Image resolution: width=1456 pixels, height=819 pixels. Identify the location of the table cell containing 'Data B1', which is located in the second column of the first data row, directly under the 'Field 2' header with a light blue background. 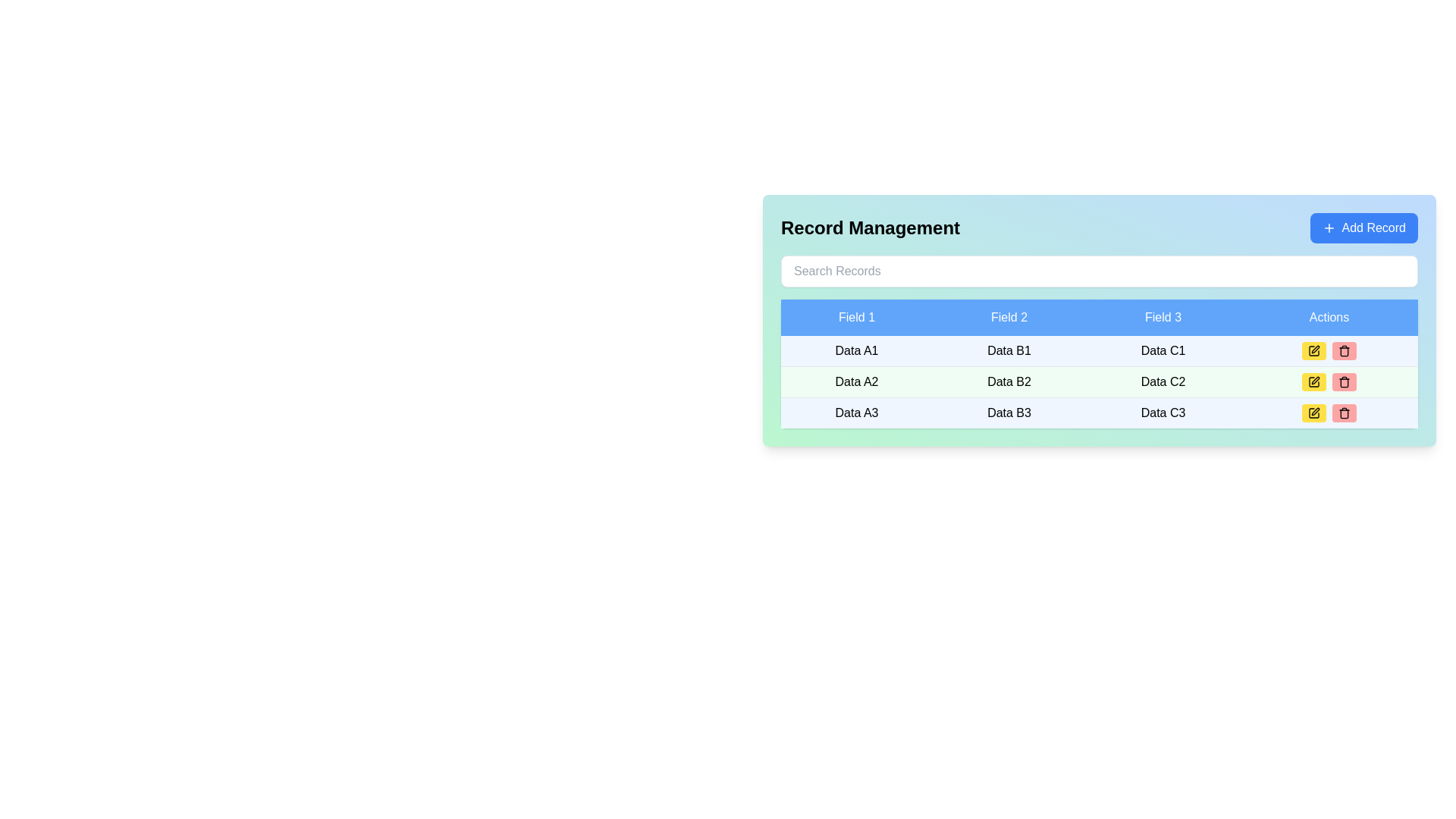
(1009, 351).